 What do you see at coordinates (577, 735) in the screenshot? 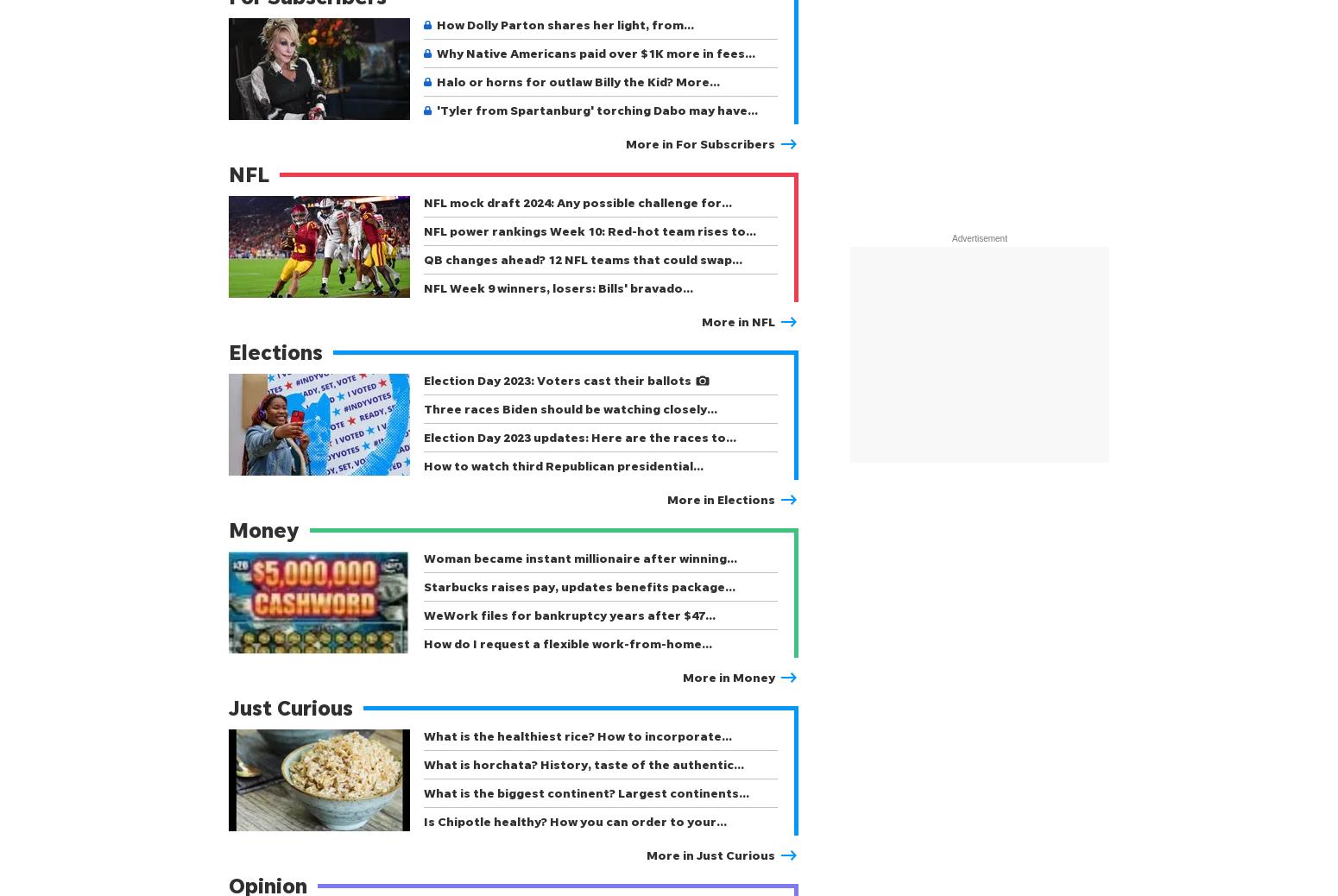
I see `'What is the healthiest rice? How to incorporate…'` at bounding box center [577, 735].